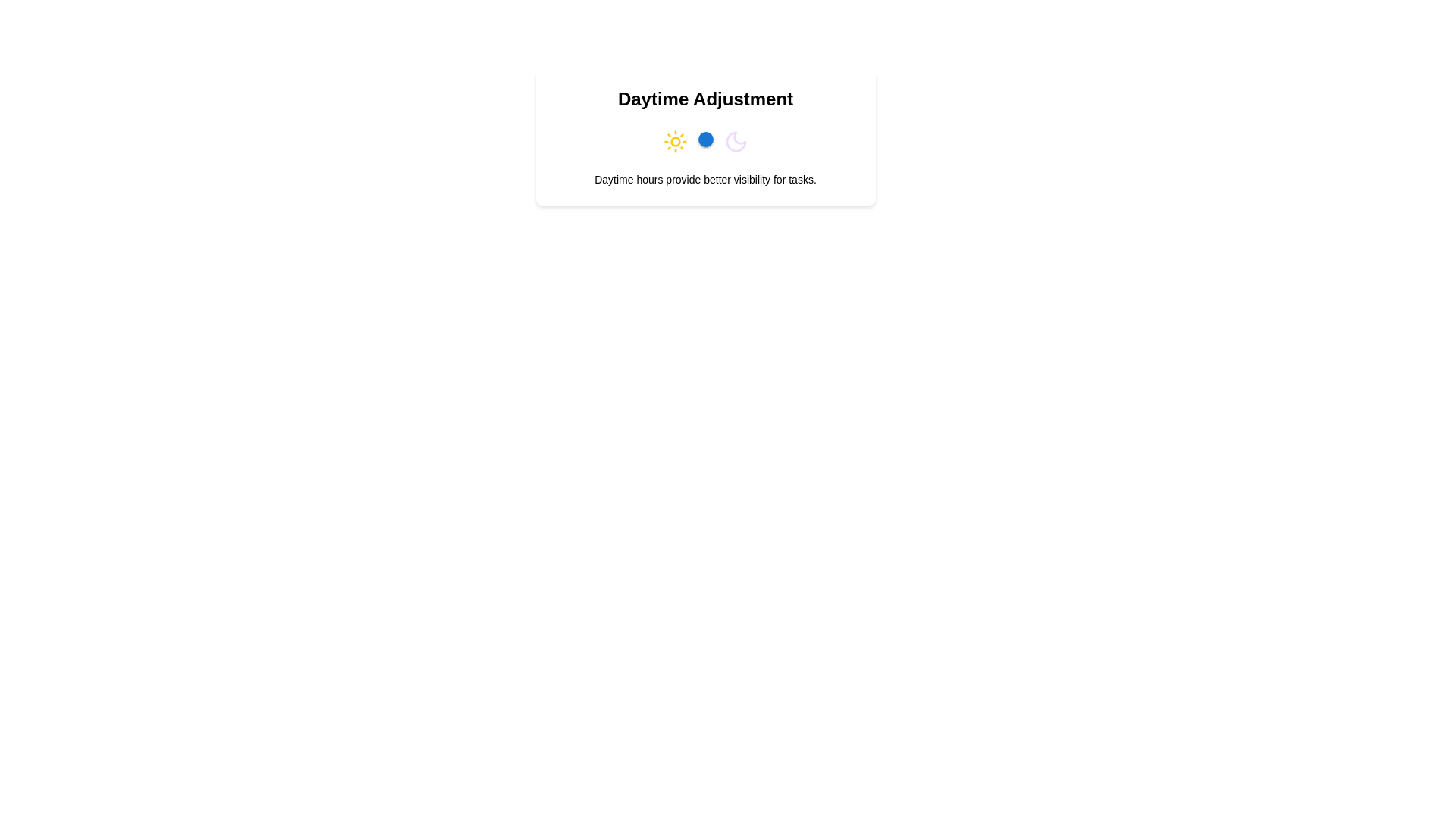 Image resolution: width=1456 pixels, height=819 pixels. I want to click on the third icon in the horizontal row under 'Daytime Adjustment', so click(736, 141).